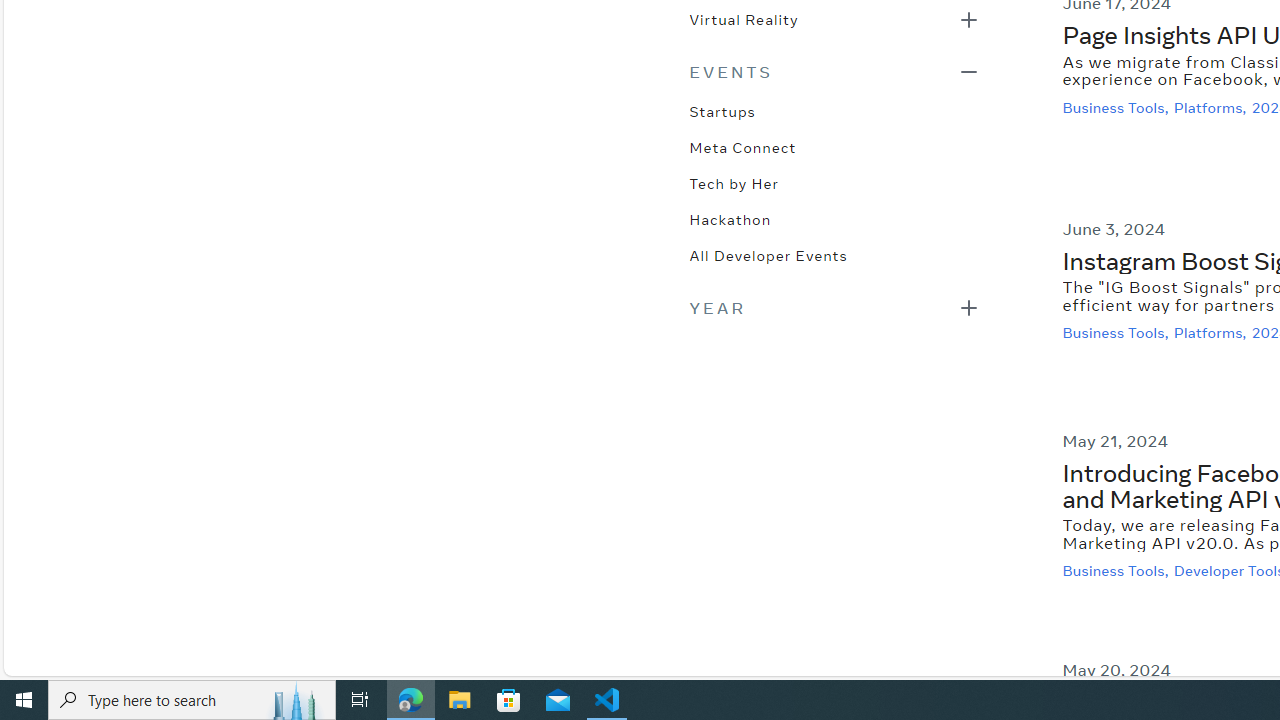  What do you see at coordinates (767, 253) in the screenshot?
I see `'All Developer Events'` at bounding box center [767, 253].